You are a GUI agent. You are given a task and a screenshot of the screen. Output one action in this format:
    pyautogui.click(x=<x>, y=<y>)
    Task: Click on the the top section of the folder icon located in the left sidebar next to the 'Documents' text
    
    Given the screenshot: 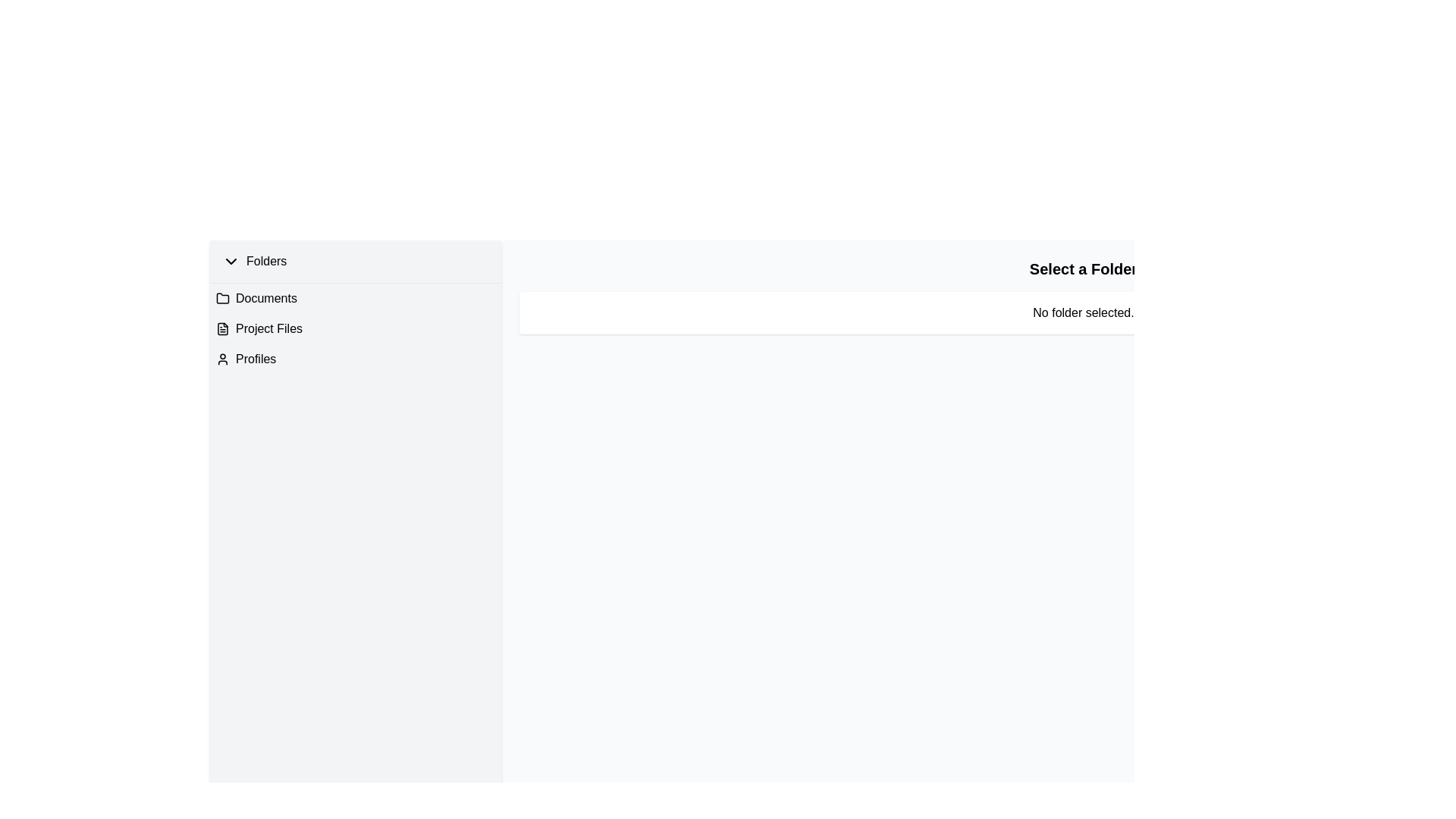 What is the action you would take?
    pyautogui.click(x=221, y=298)
    